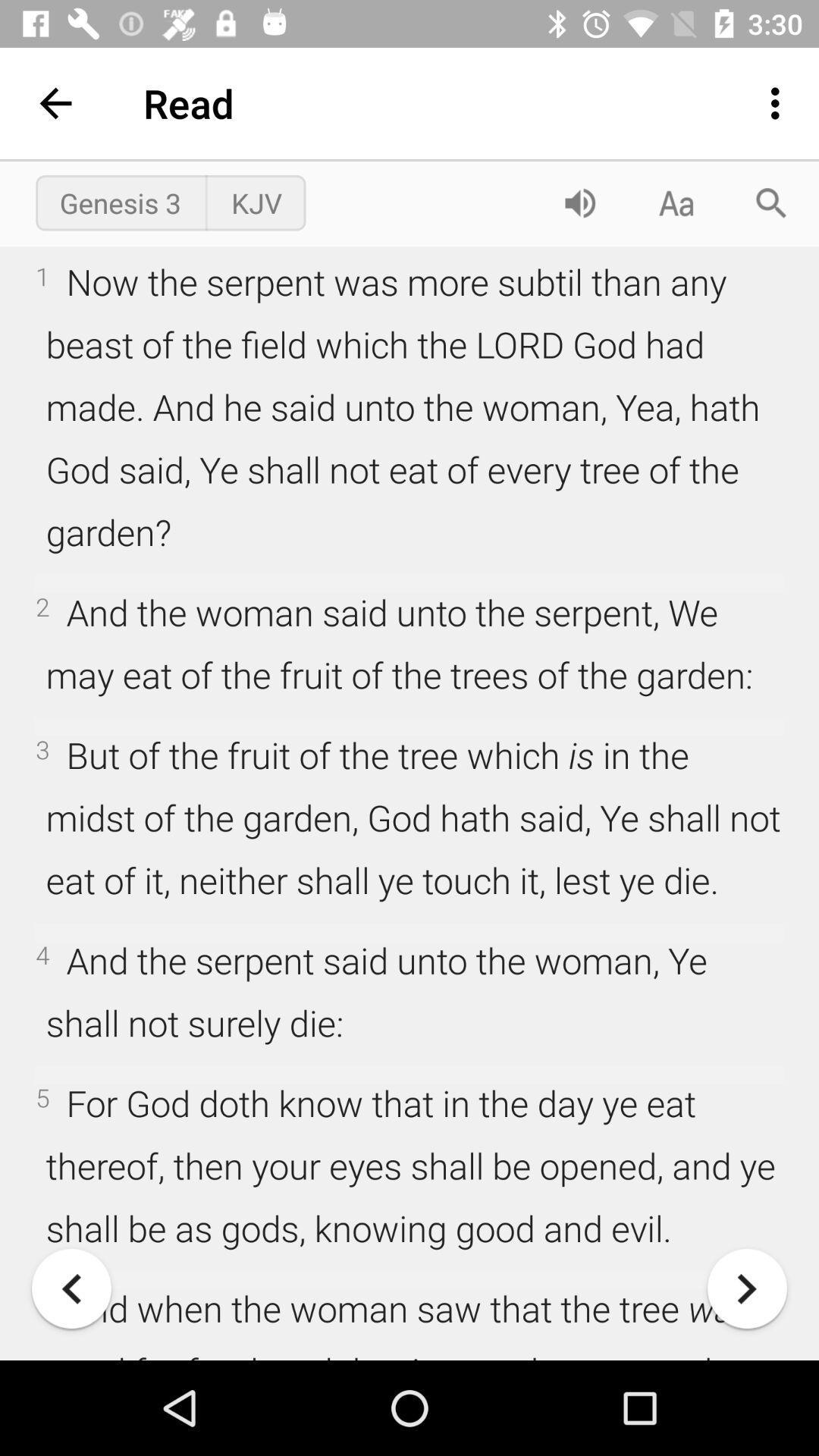 Image resolution: width=819 pixels, height=1456 pixels. Describe the element at coordinates (71, 1288) in the screenshot. I see `back one page` at that location.